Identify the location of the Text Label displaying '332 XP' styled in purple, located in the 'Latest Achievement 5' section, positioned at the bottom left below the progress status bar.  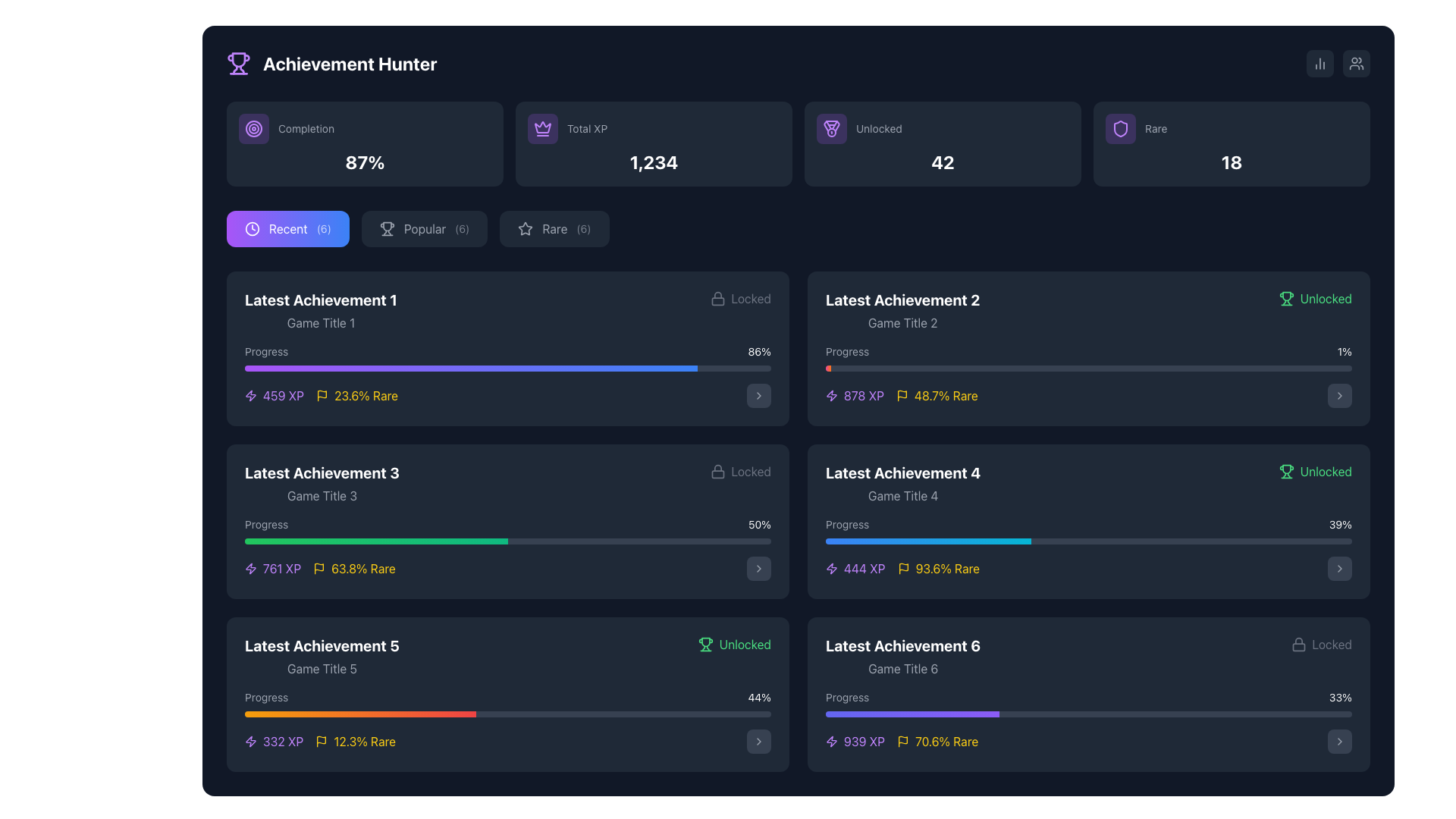
(283, 741).